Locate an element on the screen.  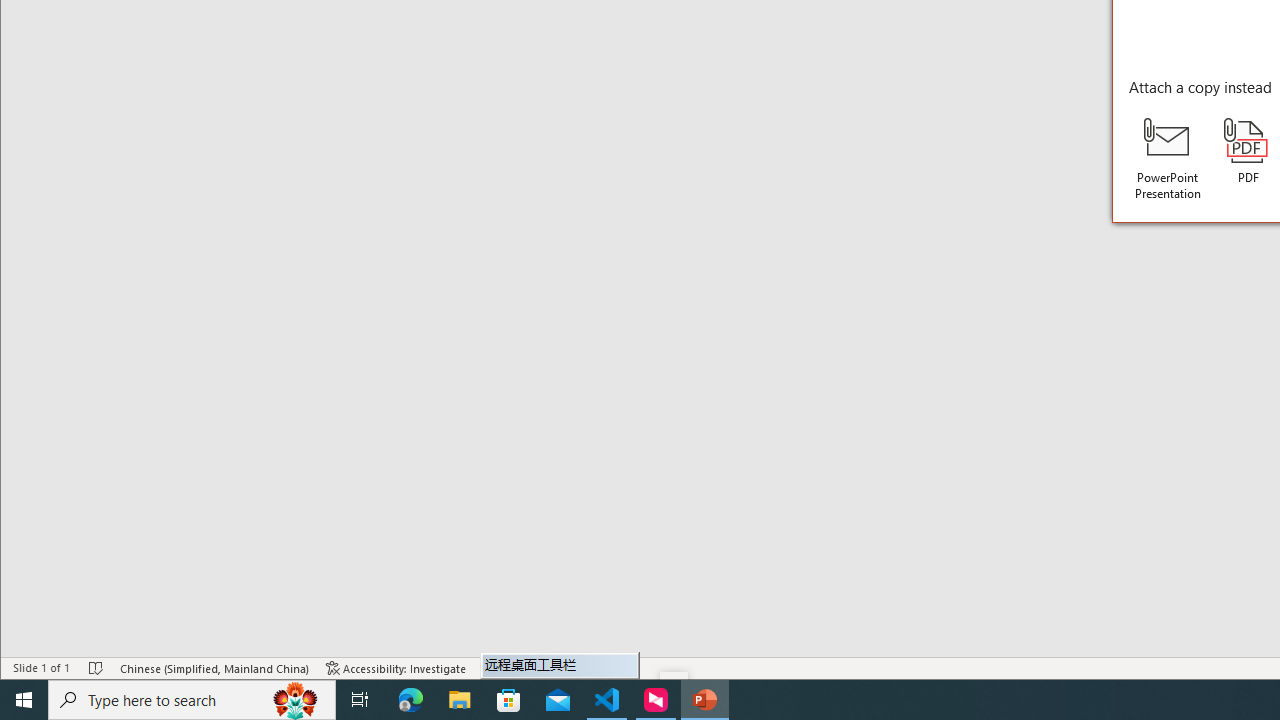
'Search highlights icon opens search home window' is located at coordinates (294, 698).